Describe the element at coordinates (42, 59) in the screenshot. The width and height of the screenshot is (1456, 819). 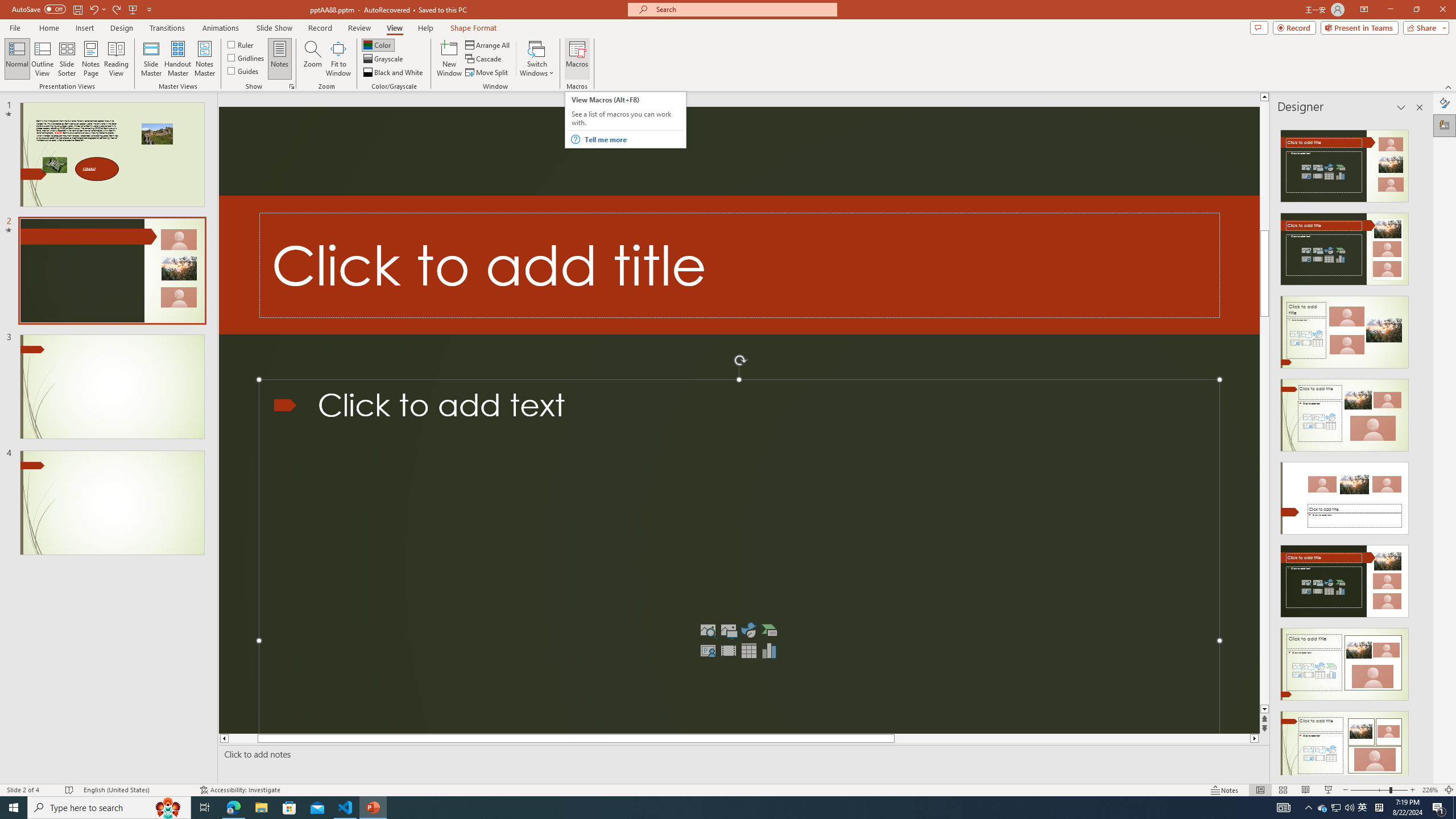
I see `'Outline View'` at that location.